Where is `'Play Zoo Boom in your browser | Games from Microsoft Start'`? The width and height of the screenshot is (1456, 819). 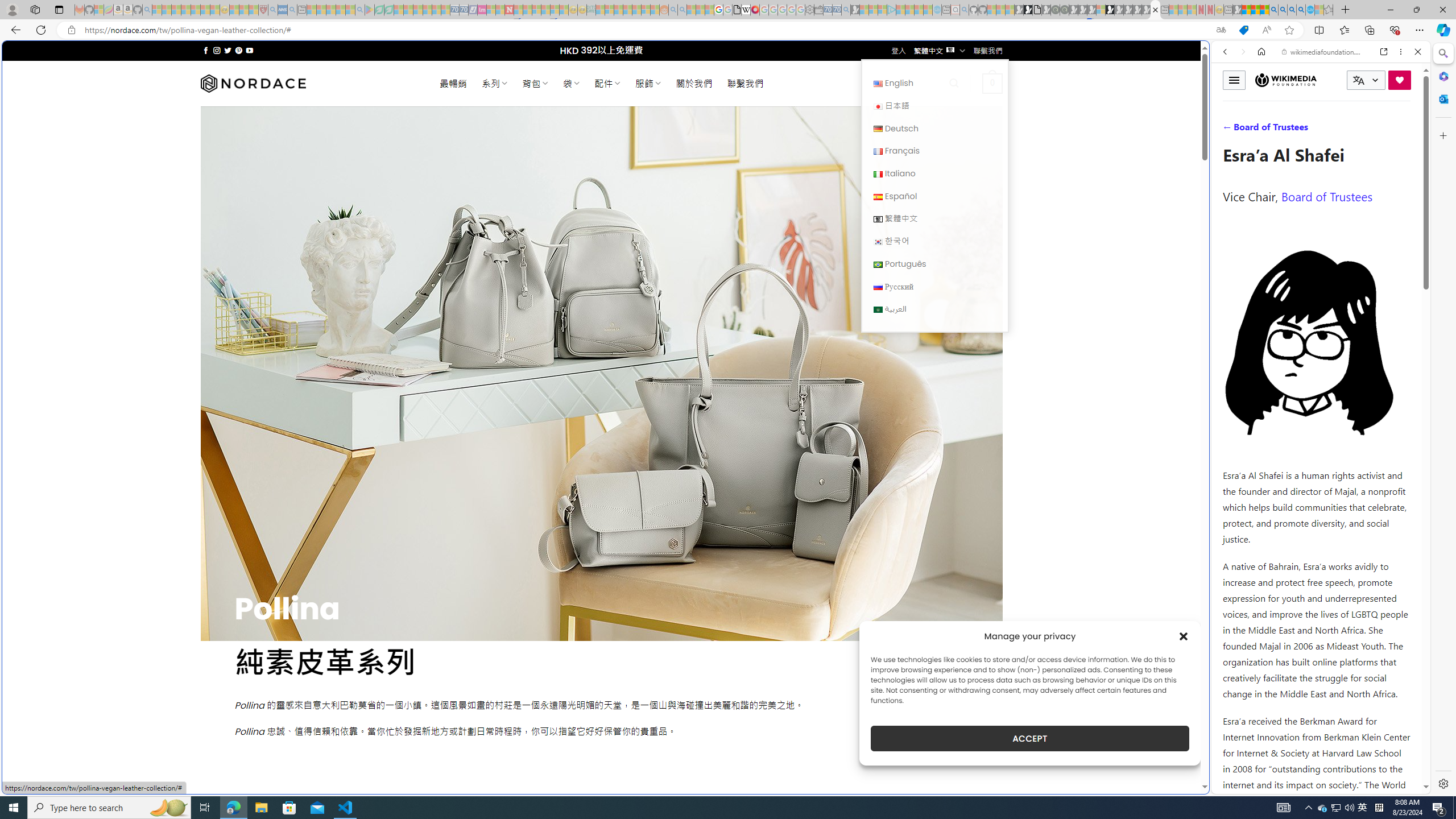
'Play Zoo Boom in your browser | Games from Microsoft Start' is located at coordinates (1027, 9).